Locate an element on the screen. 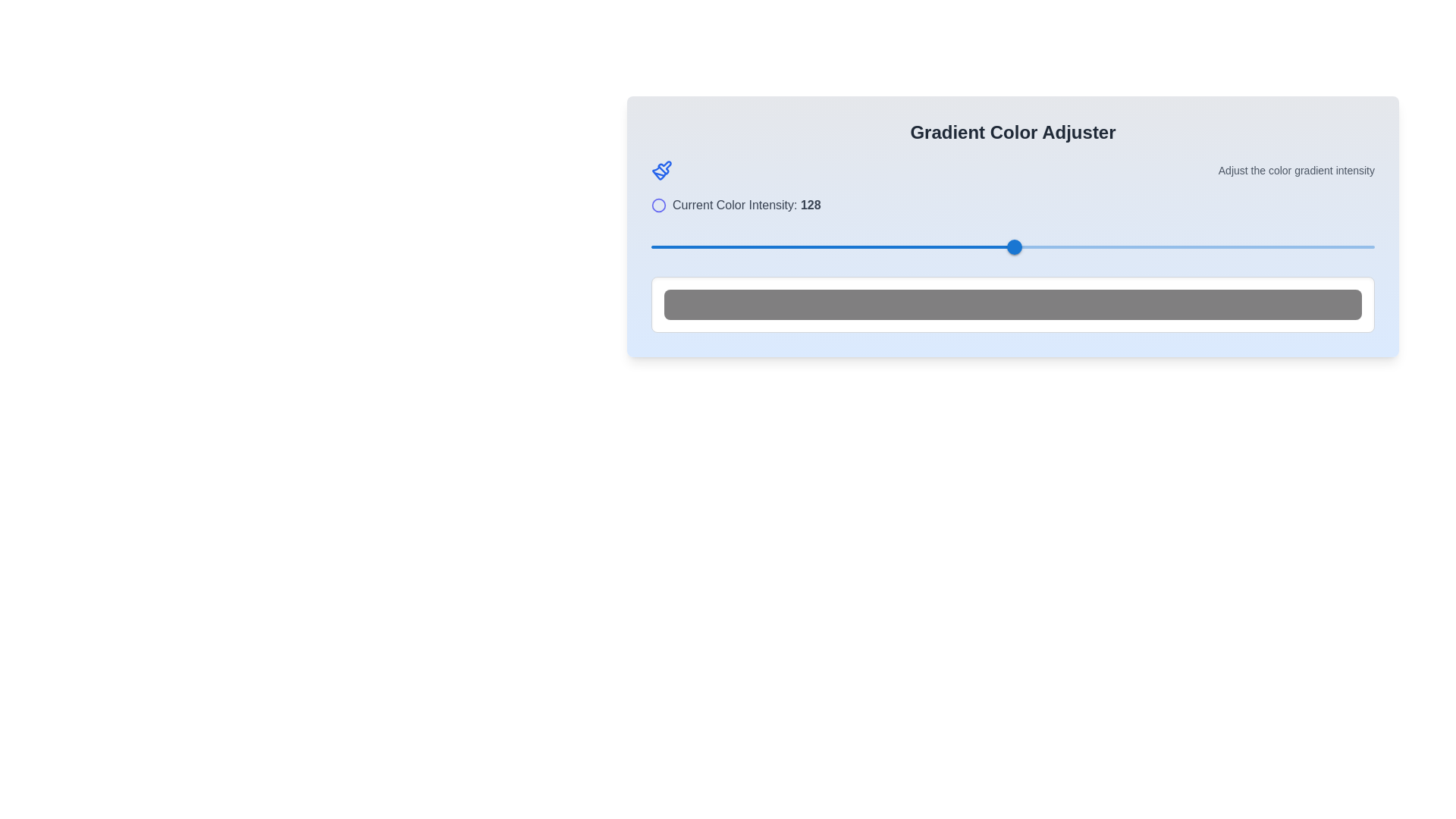 This screenshot has height=819, width=1456. the gradient color intensity is located at coordinates (764, 246).